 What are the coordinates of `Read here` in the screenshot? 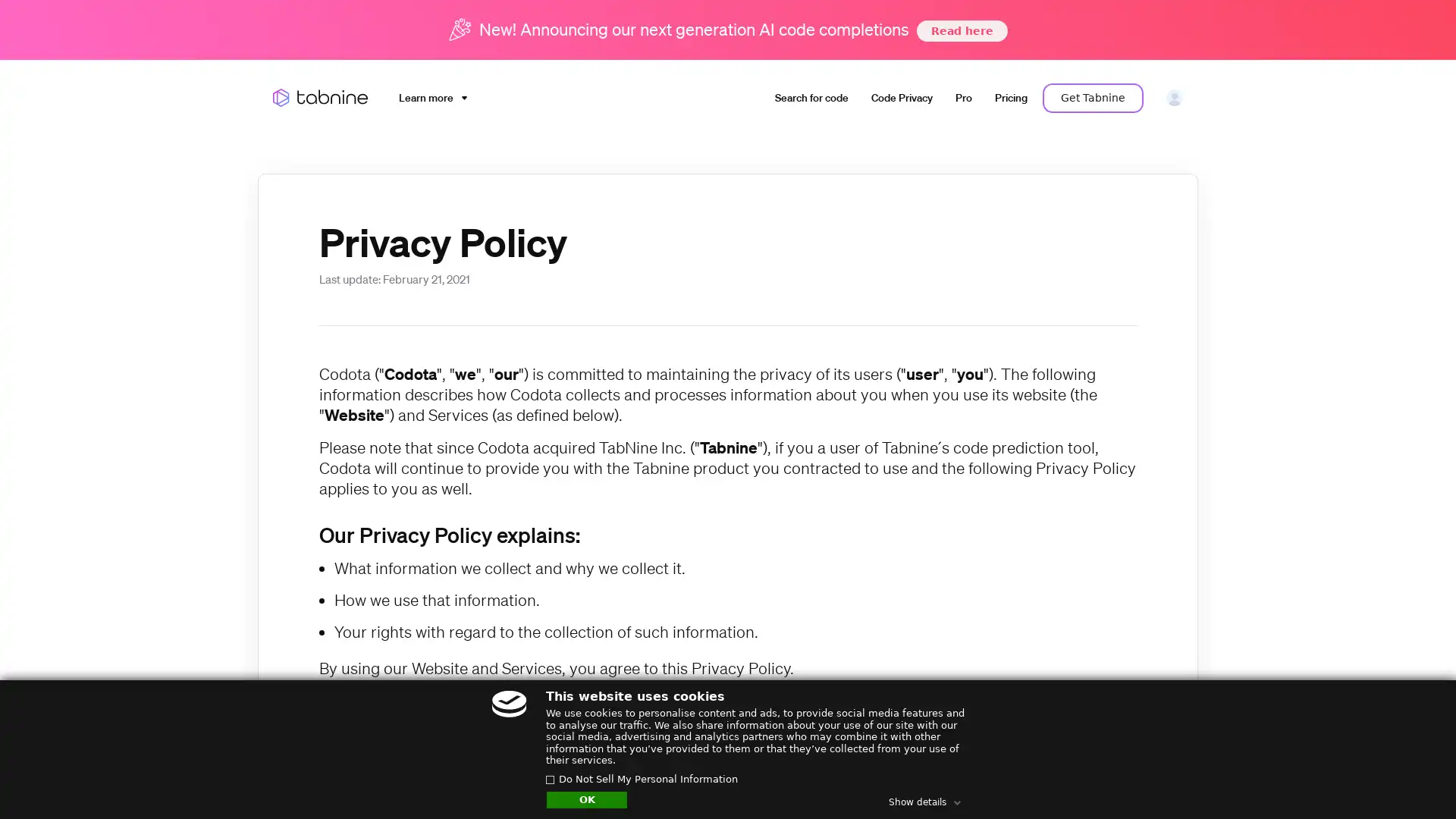 It's located at (960, 30).